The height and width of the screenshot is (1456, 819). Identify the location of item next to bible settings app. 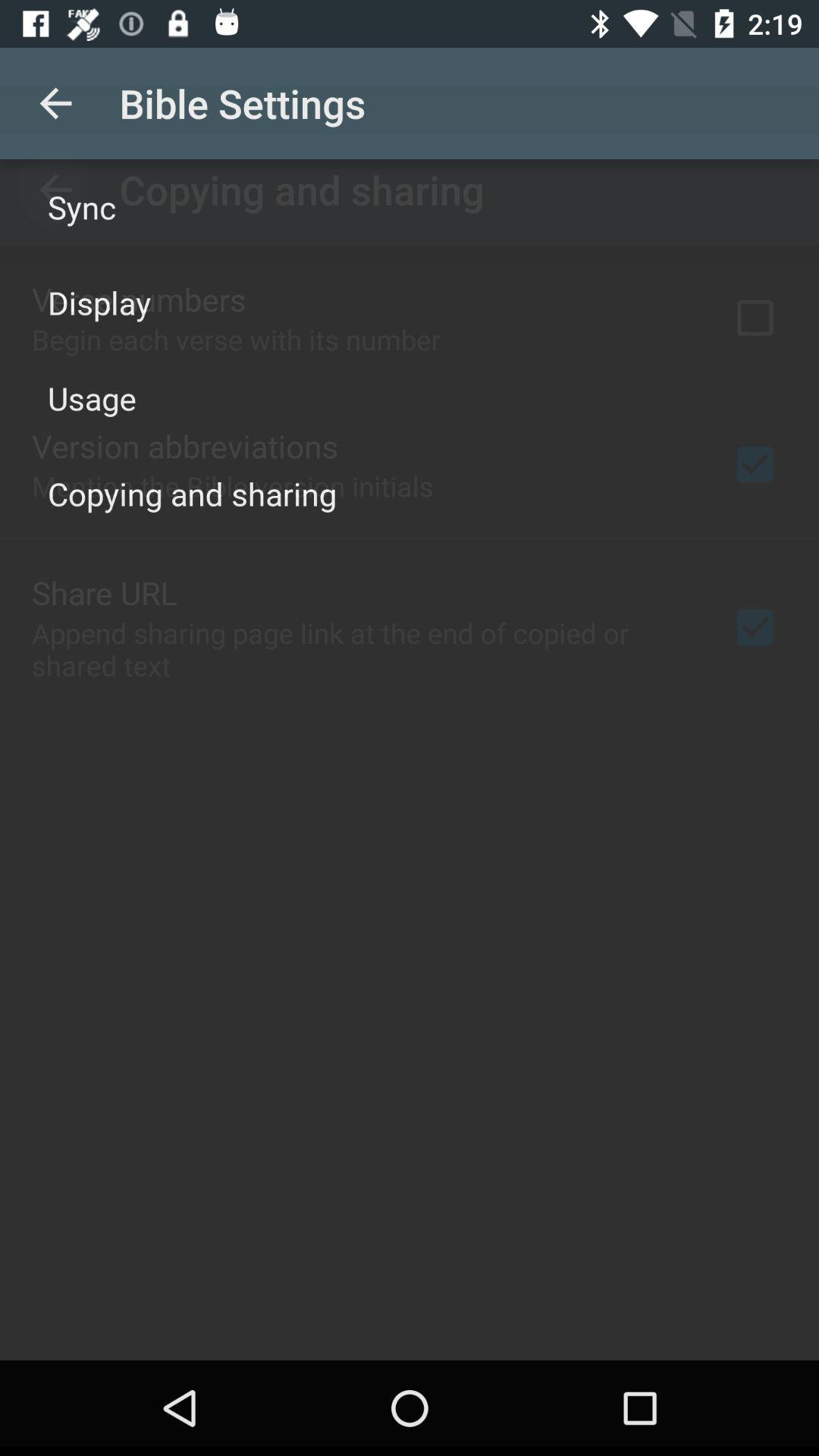
(55, 102).